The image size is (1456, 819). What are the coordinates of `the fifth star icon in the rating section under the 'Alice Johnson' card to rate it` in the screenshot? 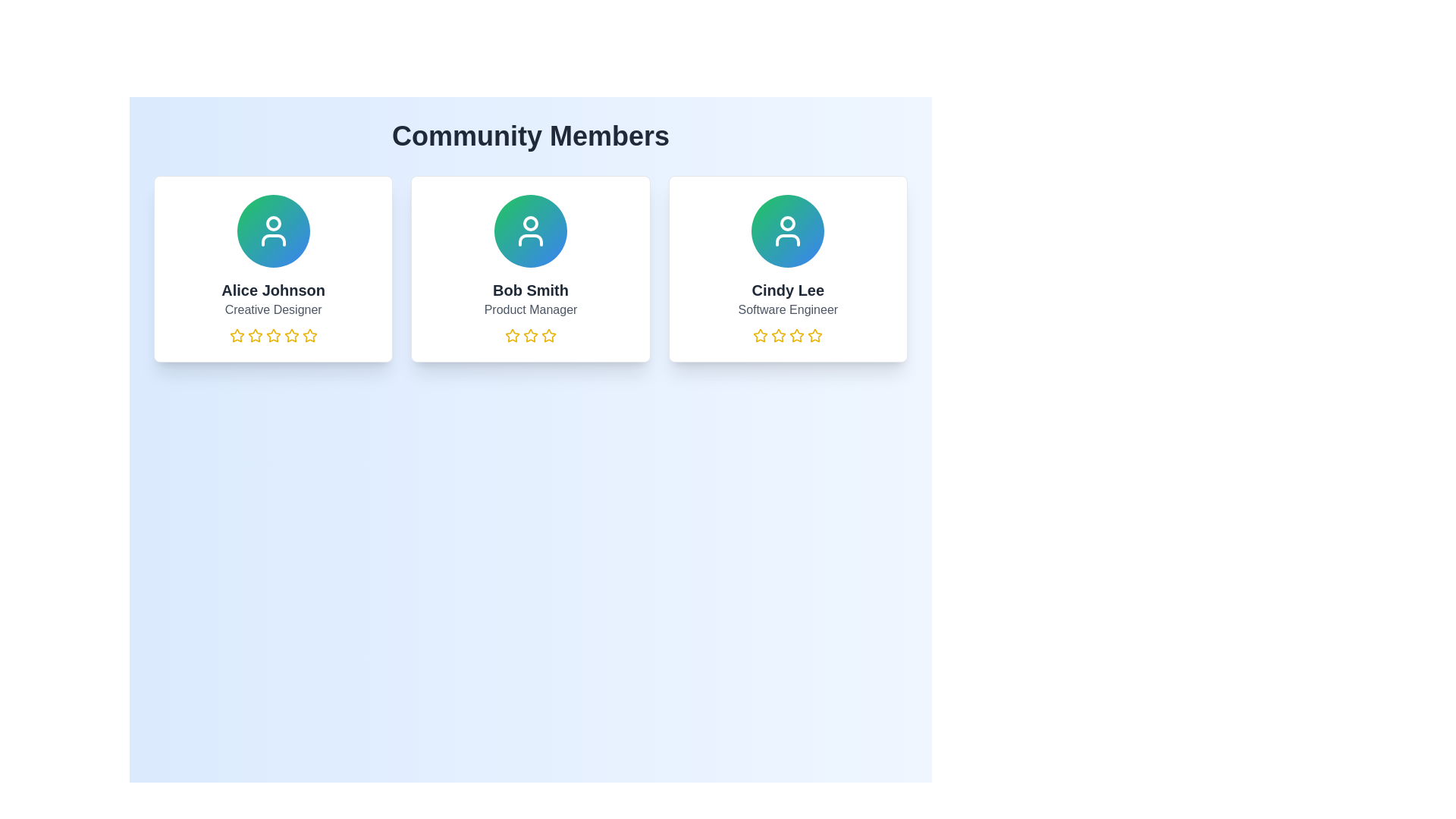 It's located at (309, 334).